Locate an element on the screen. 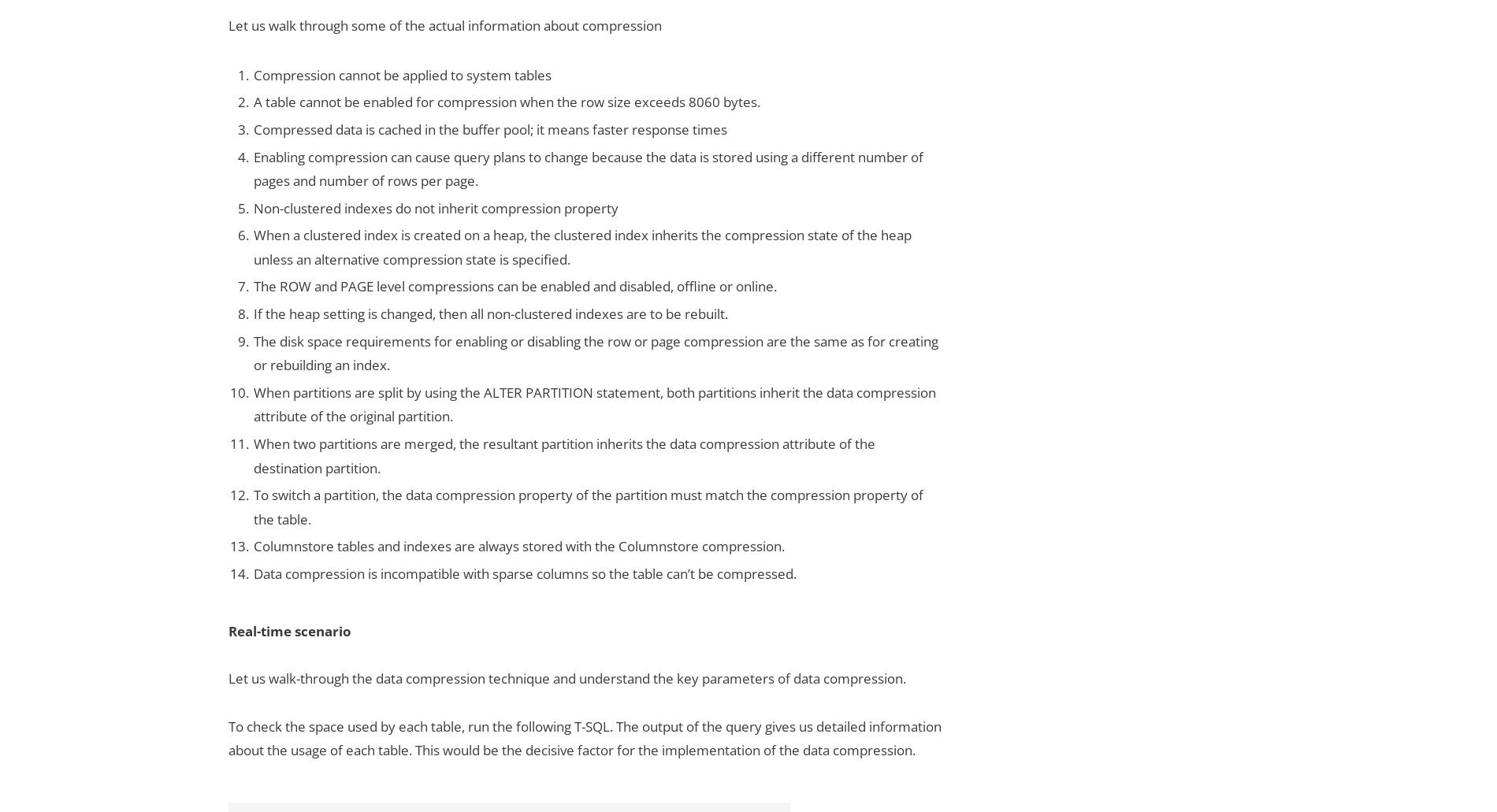 Image resolution: width=1497 pixels, height=812 pixels. 'Compression cannot be applied to system tables' is located at coordinates (402, 74).